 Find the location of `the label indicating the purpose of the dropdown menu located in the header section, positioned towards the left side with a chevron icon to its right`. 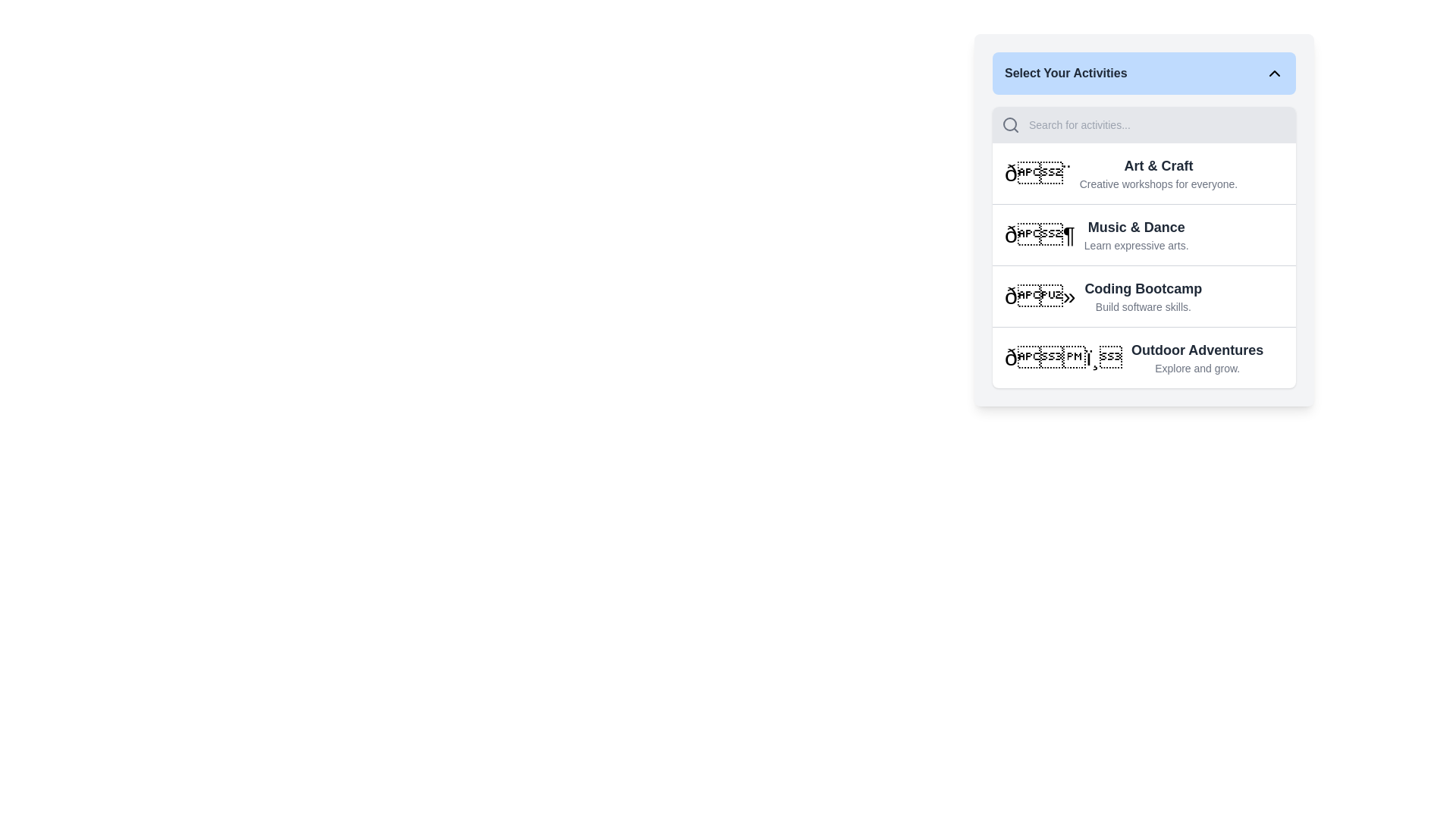

the label indicating the purpose of the dropdown menu located in the header section, positioned towards the left side with a chevron icon to its right is located at coordinates (1065, 73).